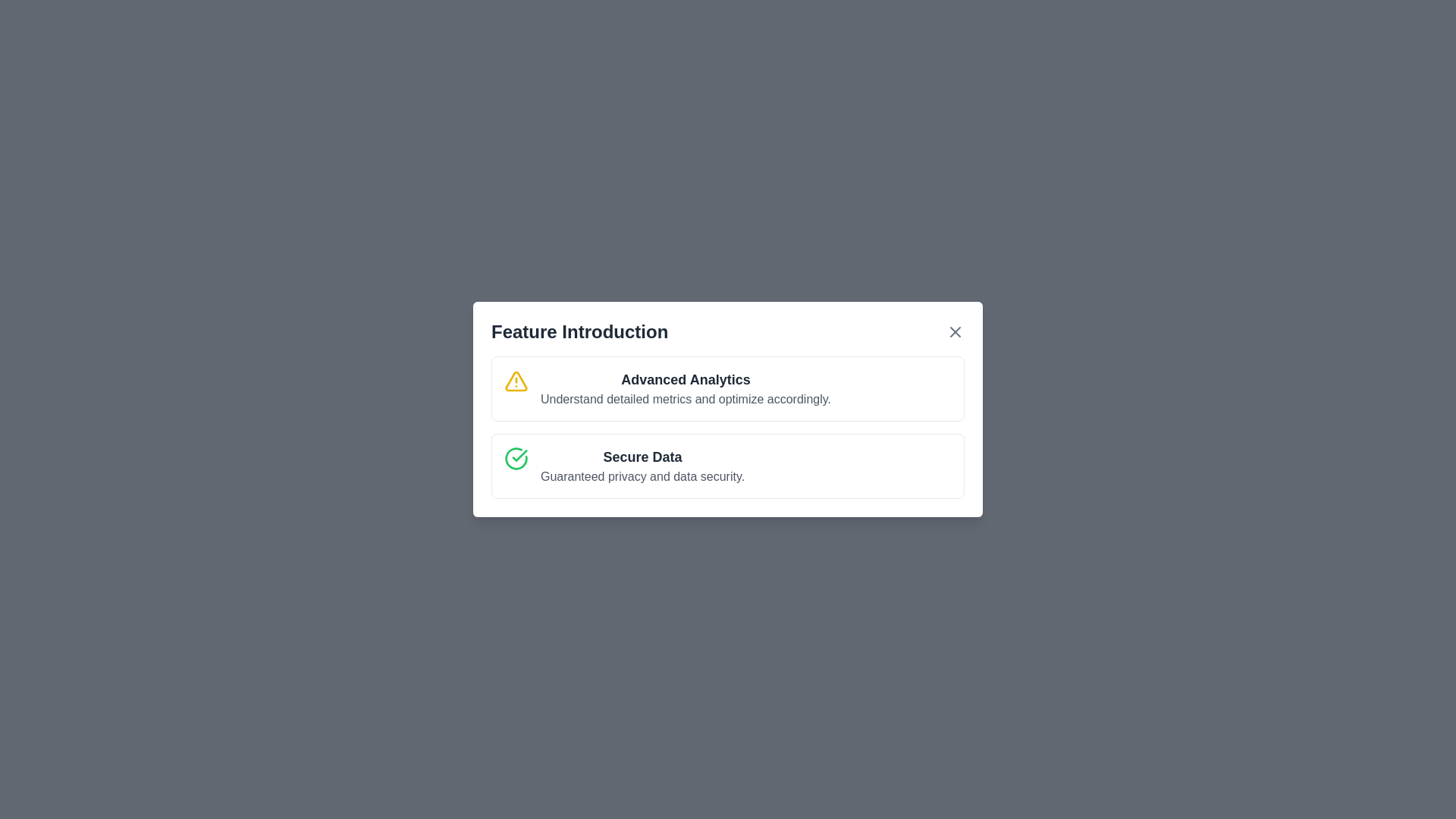 The width and height of the screenshot is (1456, 819). I want to click on the 'Advanced Analytics' text block in the 'Feature Introduction' dialog box, which displays information about its benefits and is positioned above the 'Secure Data' feature description, so click(685, 388).